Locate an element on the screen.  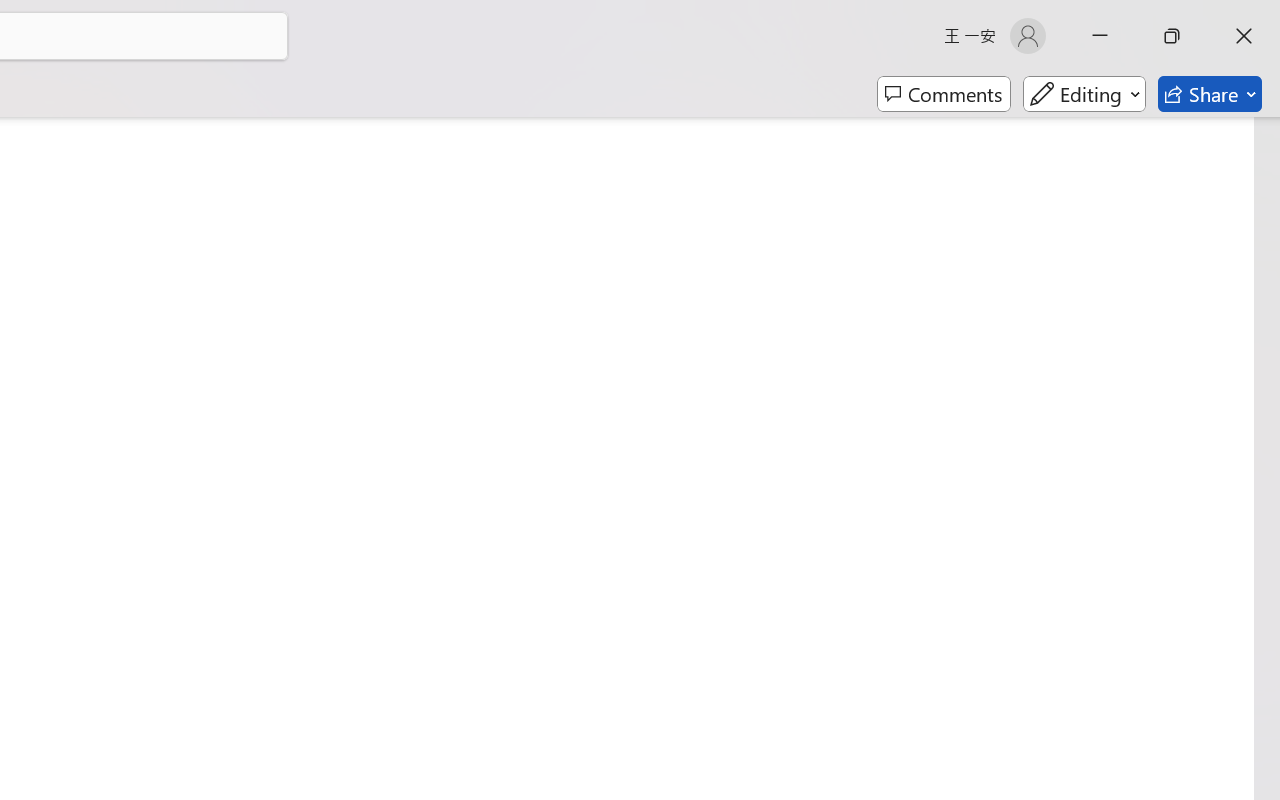
'Close' is located at coordinates (1243, 35).